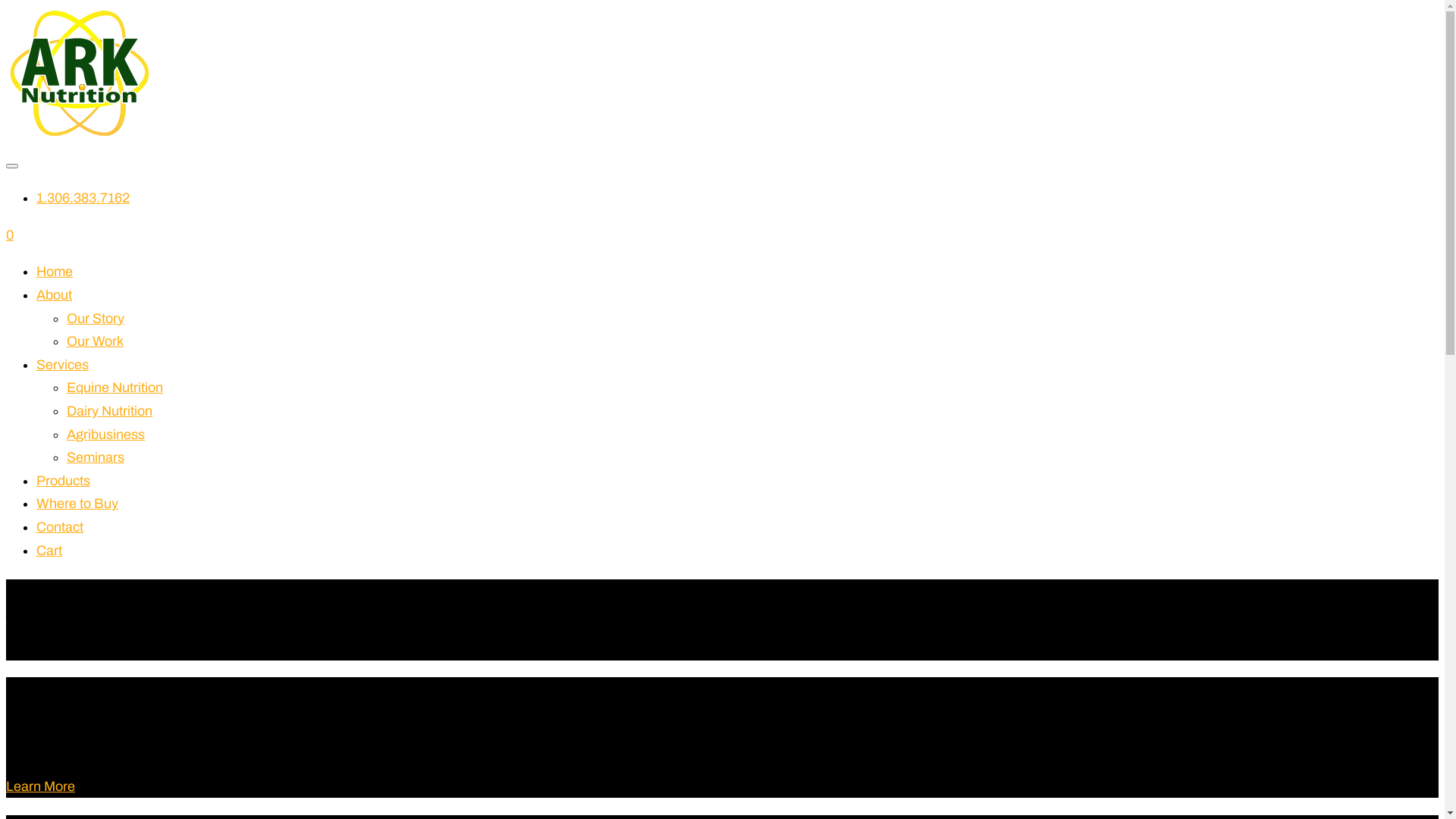 The height and width of the screenshot is (819, 1456). What do you see at coordinates (55, 271) in the screenshot?
I see `'Home'` at bounding box center [55, 271].